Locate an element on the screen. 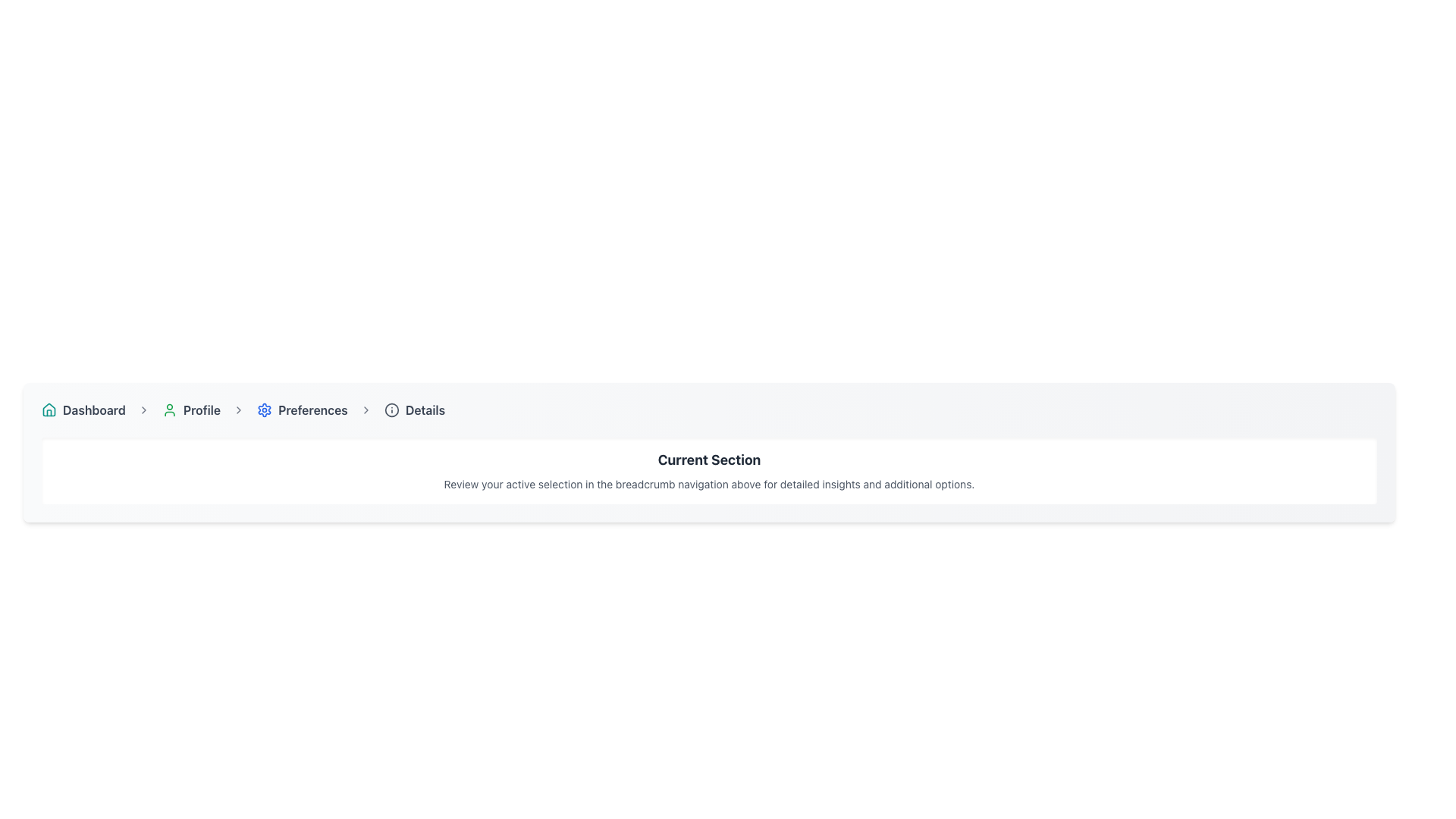 The width and height of the screenshot is (1456, 819). information displayed in the Informational panel that has a white background and contains the text 'Current Section' in bold, dark gray font is located at coordinates (708, 470).